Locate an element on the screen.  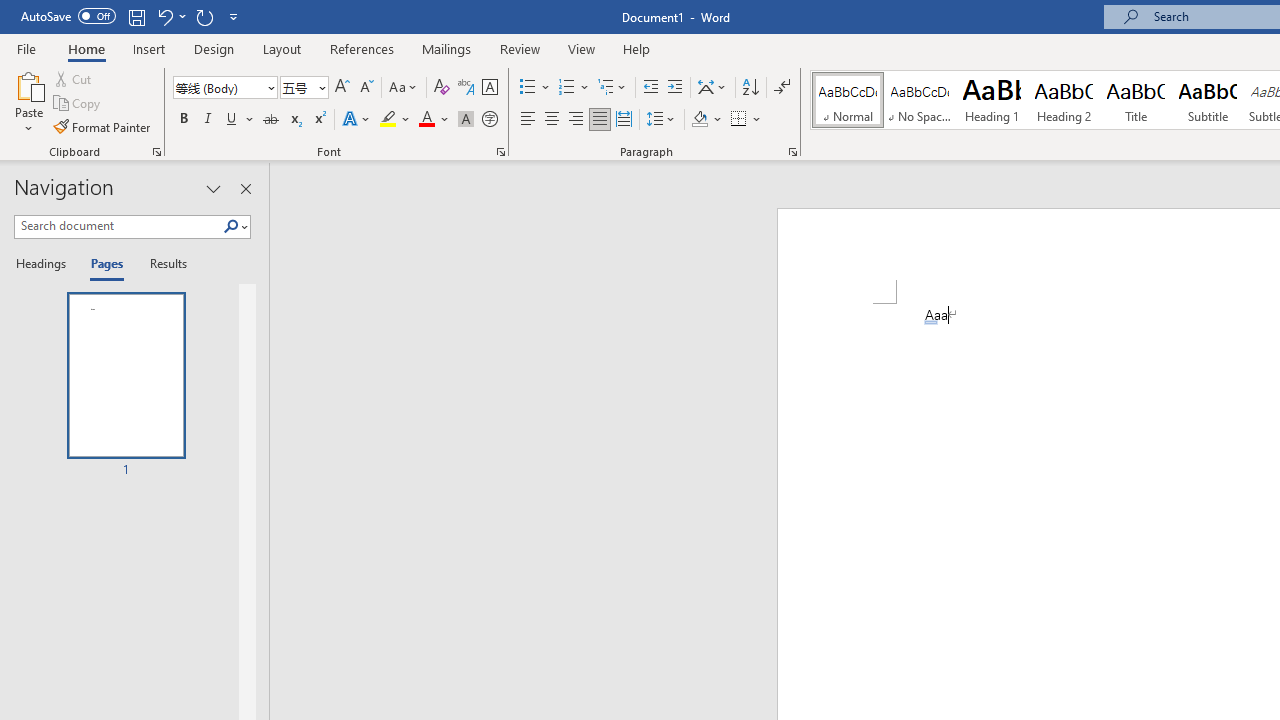
'Underline' is located at coordinates (232, 119).